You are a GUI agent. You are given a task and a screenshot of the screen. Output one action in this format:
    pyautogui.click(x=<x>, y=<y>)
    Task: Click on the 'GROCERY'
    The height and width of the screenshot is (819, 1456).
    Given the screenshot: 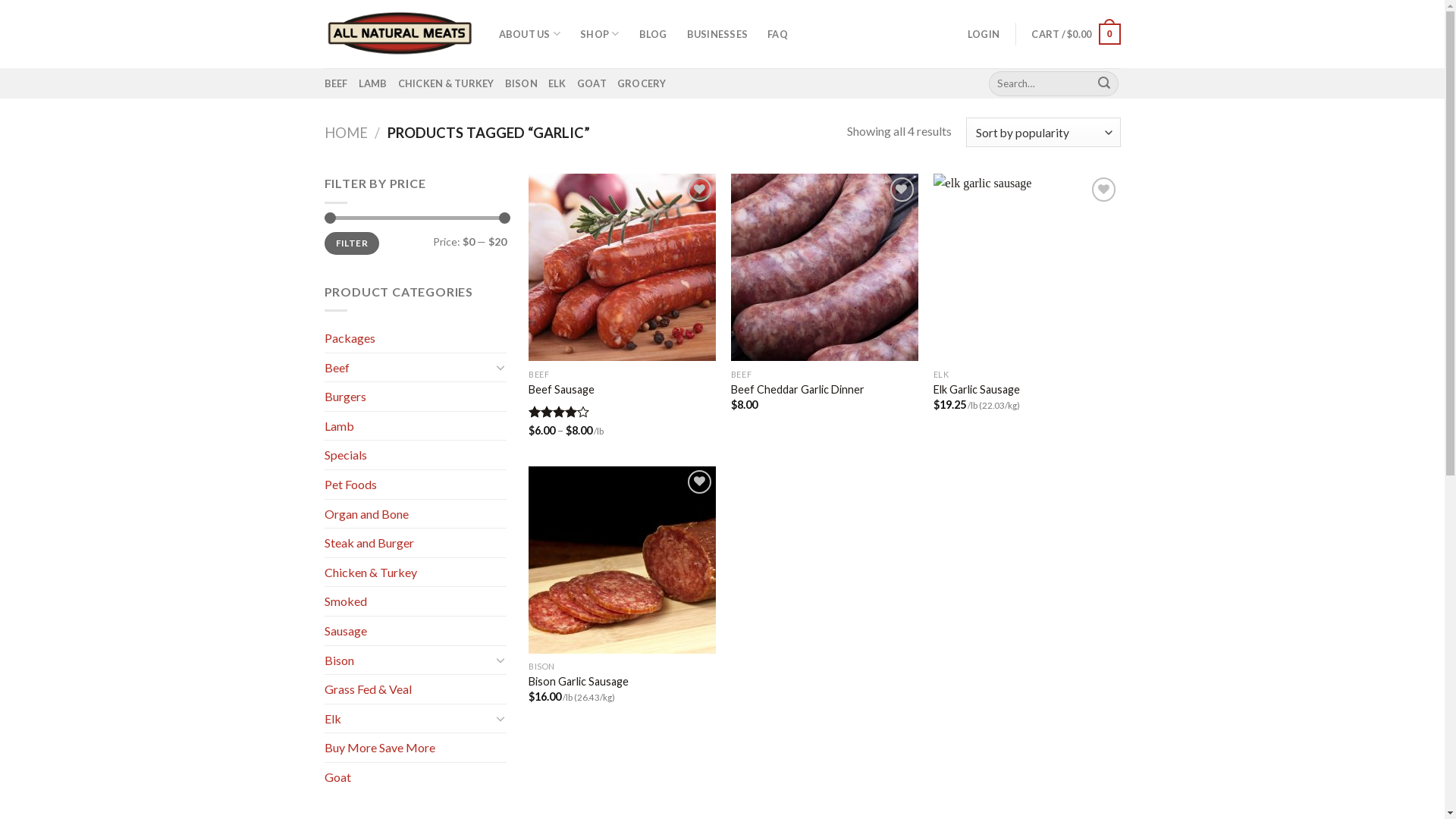 What is the action you would take?
    pyautogui.click(x=642, y=83)
    